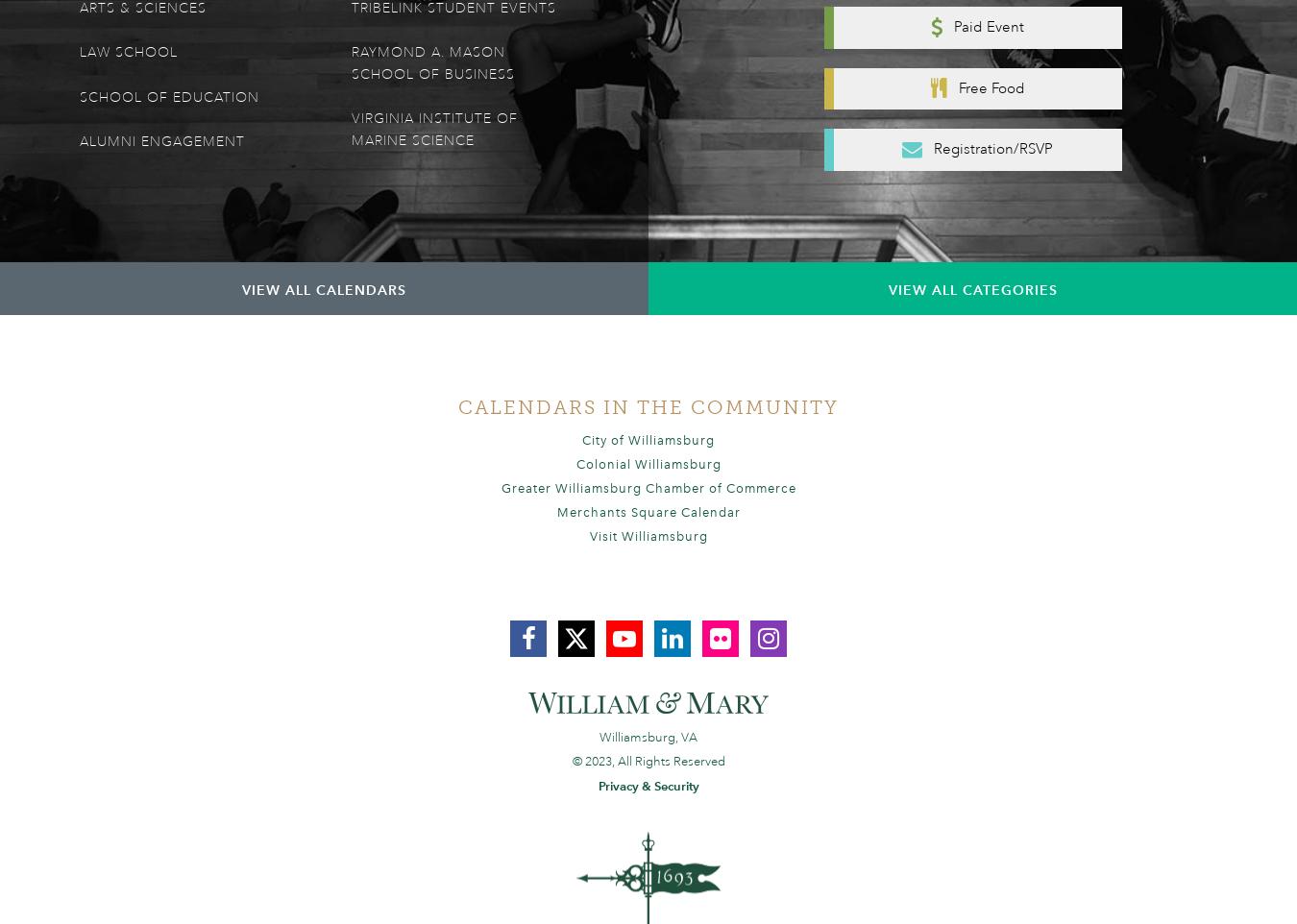 This screenshot has width=1297, height=924. What do you see at coordinates (648, 404) in the screenshot?
I see `'Calendars In the Community'` at bounding box center [648, 404].